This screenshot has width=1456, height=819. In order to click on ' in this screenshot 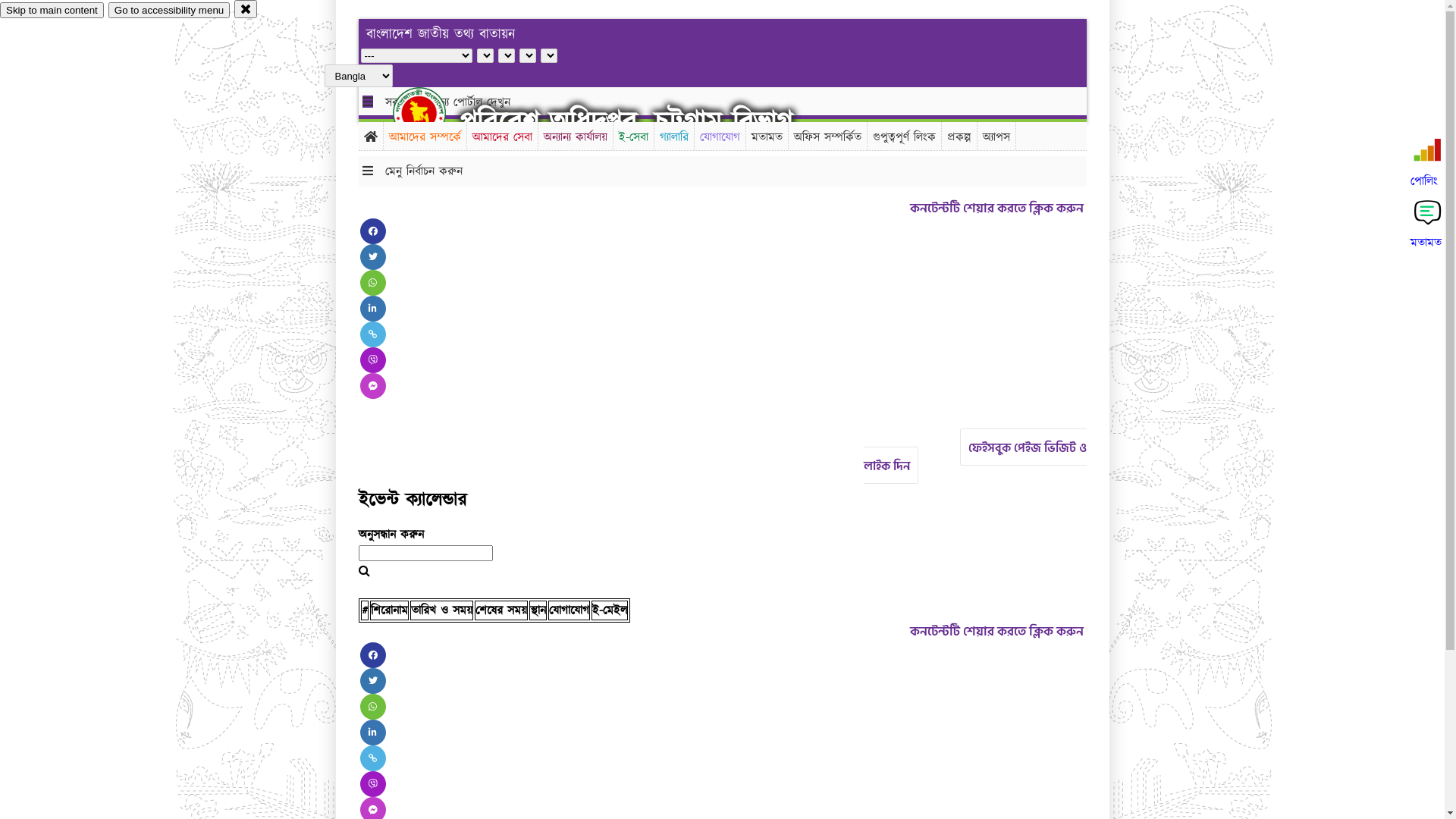, I will do `click(431, 112)`.